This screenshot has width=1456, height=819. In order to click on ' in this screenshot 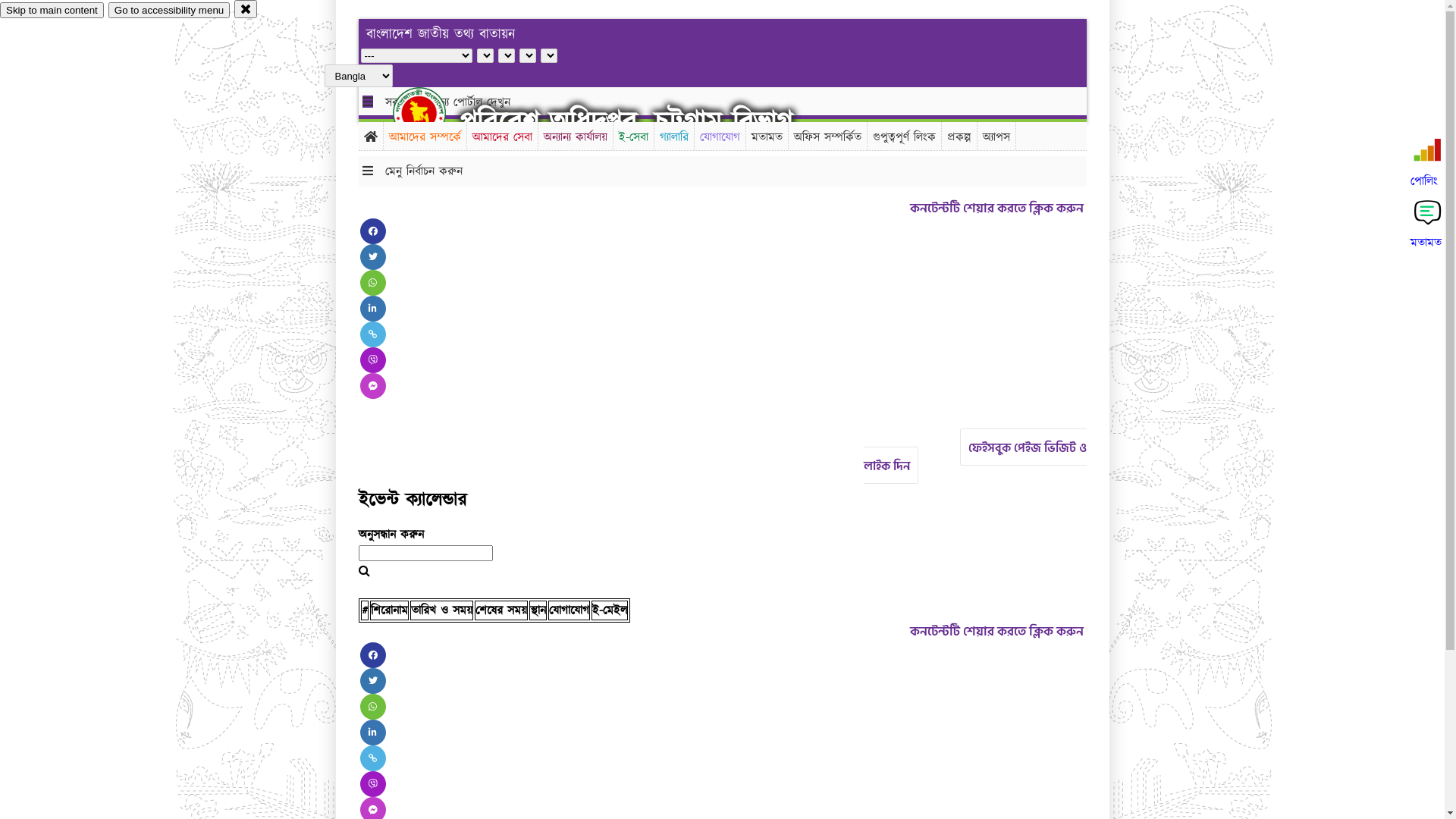, I will do `click(431, 112)`.